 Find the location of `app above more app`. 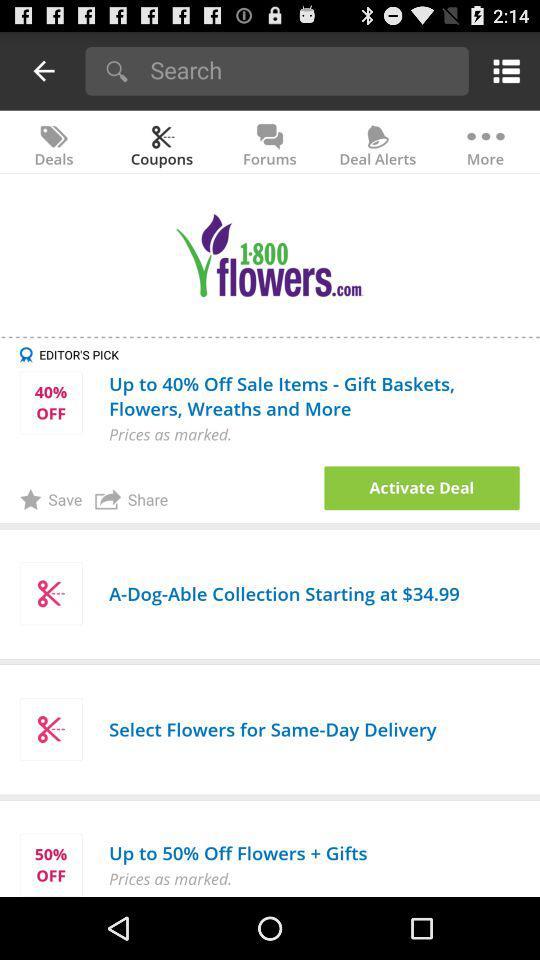

app above more app is located at coordinates (502, 70).